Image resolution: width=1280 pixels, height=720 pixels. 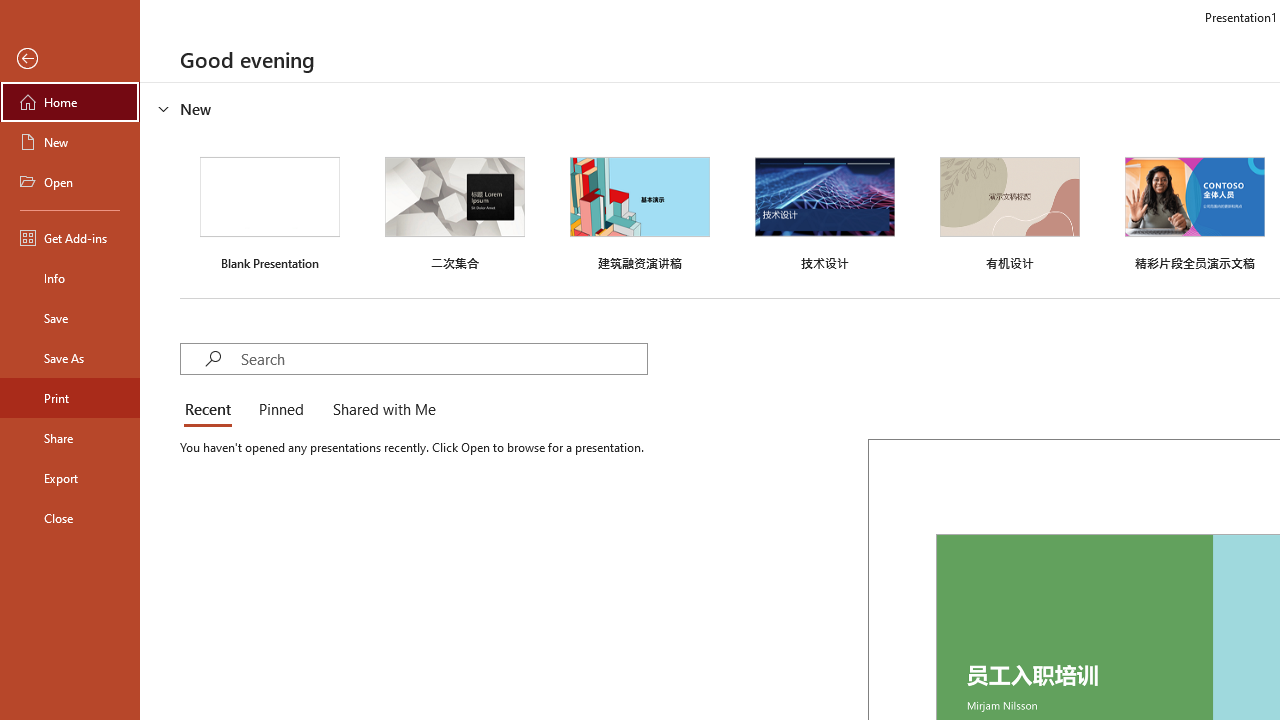 I want to click on 'Search', so click(x=442, y=357).